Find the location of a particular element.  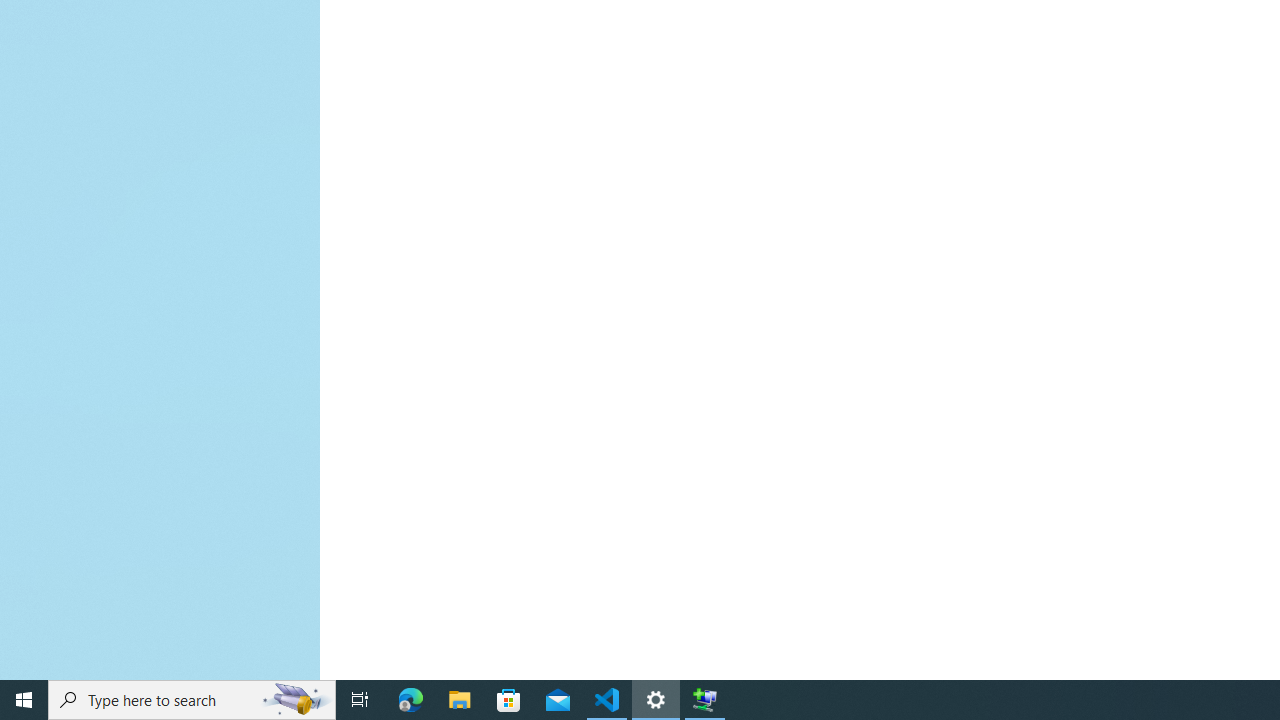

'Extensible Wizards Host Process - 1 running window' is located at coordinates (705, 698).